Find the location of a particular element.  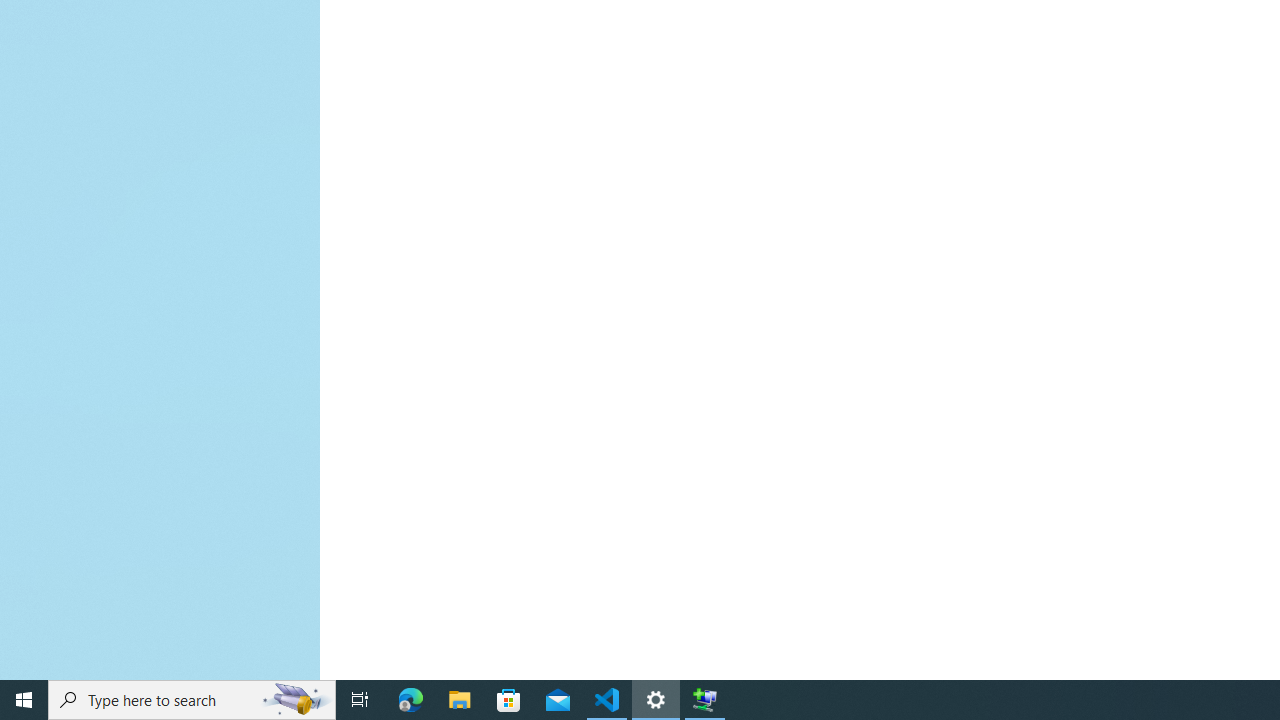

'Extensible Wizards Host Process - 1 running window' is located at coordinates (705, 698).